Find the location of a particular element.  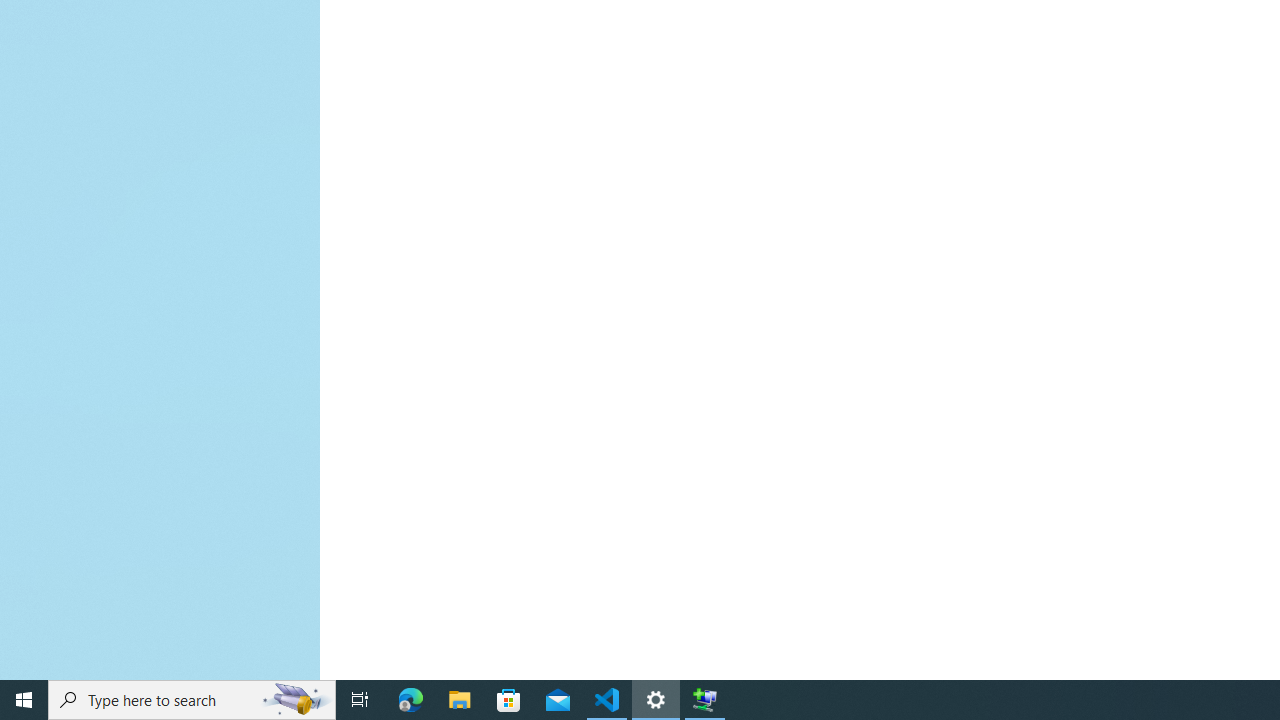

'Extensible Wizards Host Process - 1 running window' is located at coordinates (705, 698).